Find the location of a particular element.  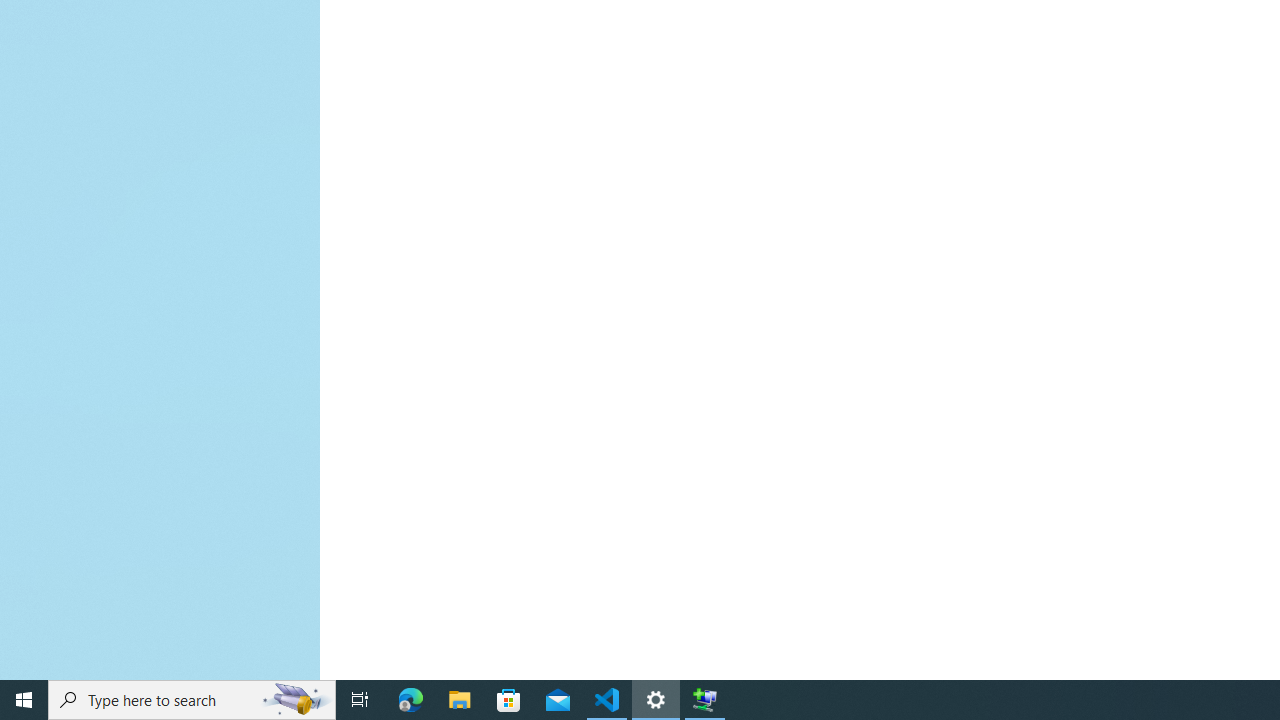

'Extensible Wizards Host Process - 1 running window' is located at coordinates (705, 698).